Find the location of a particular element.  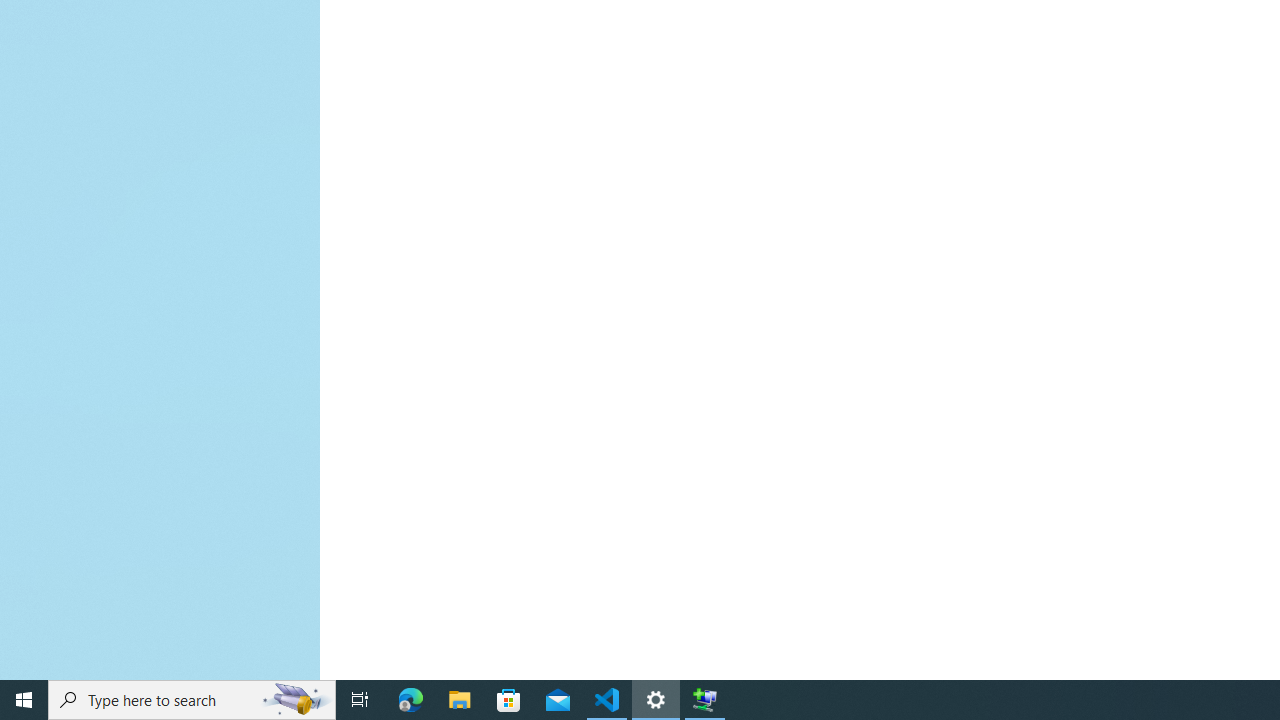

'Extensible Wizards Host Process - 1 running window' is located at coordinates (705, 698).